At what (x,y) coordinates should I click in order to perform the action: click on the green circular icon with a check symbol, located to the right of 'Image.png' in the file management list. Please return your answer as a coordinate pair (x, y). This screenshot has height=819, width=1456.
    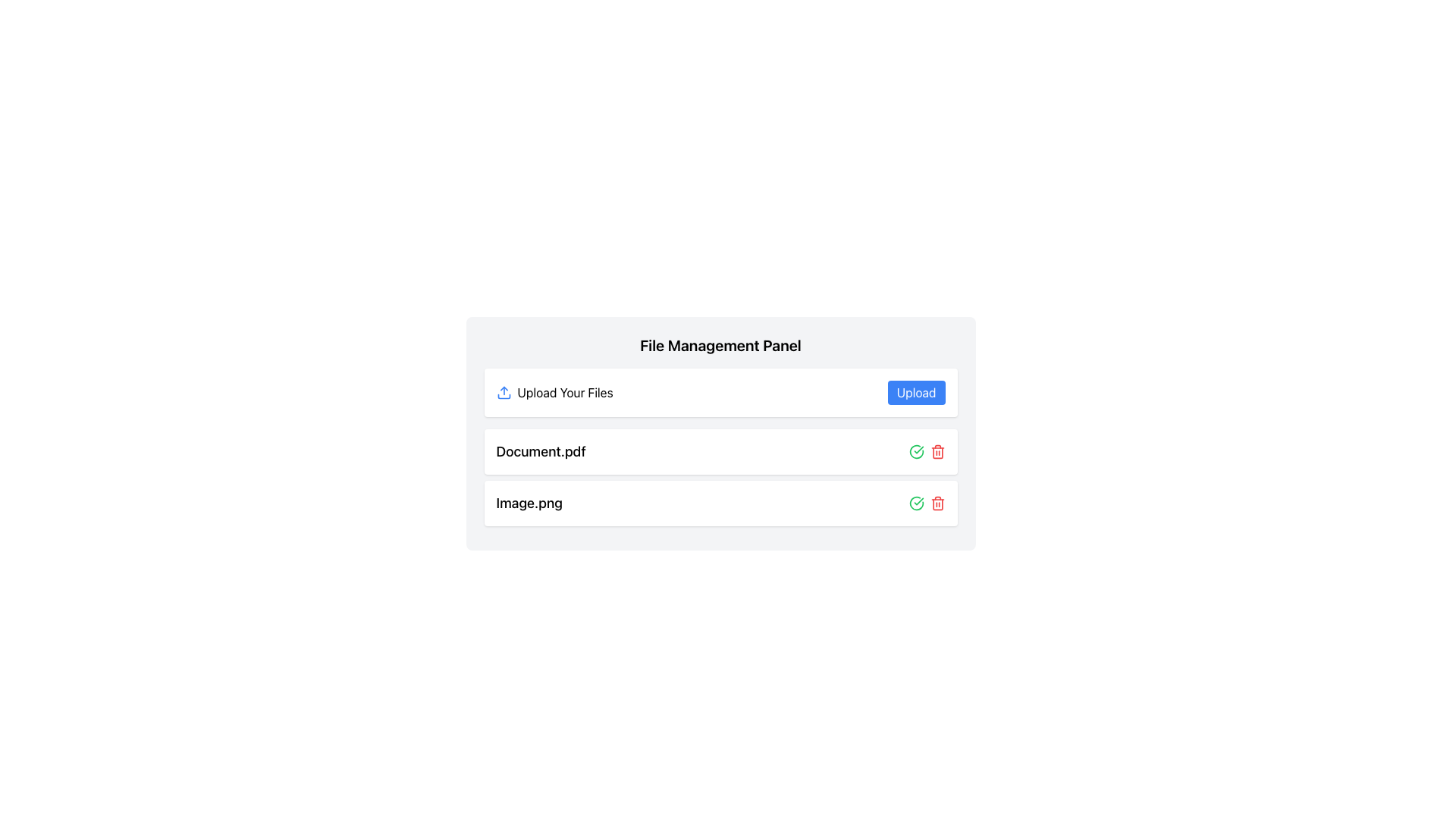
    Looking at the image, I should click on (915, 503).